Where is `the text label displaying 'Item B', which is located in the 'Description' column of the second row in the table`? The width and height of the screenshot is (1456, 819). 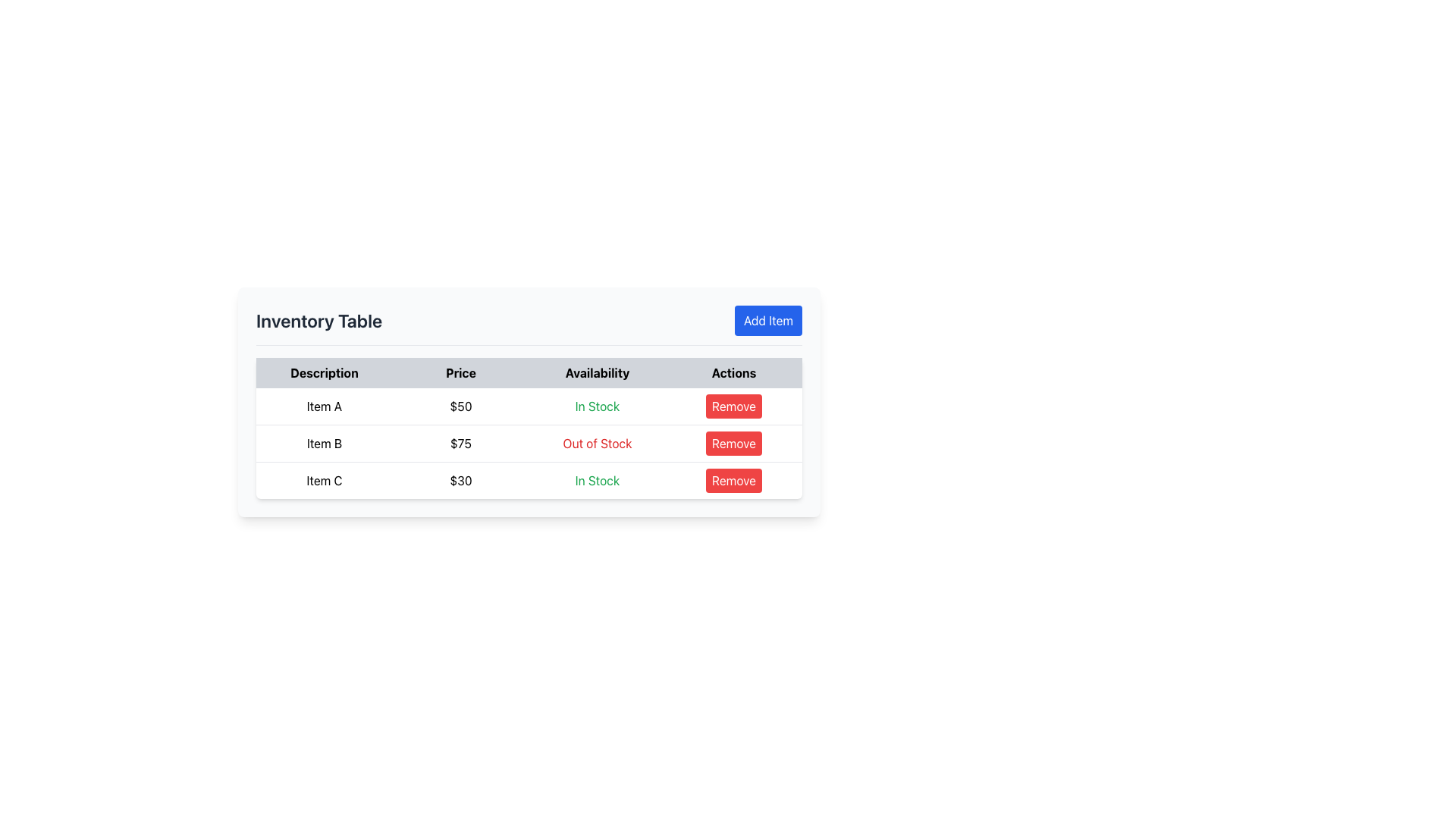 the text label displaying 'Item B', which is located in the 'Description' column of the second row in the table is located at coordinates (323, 444).